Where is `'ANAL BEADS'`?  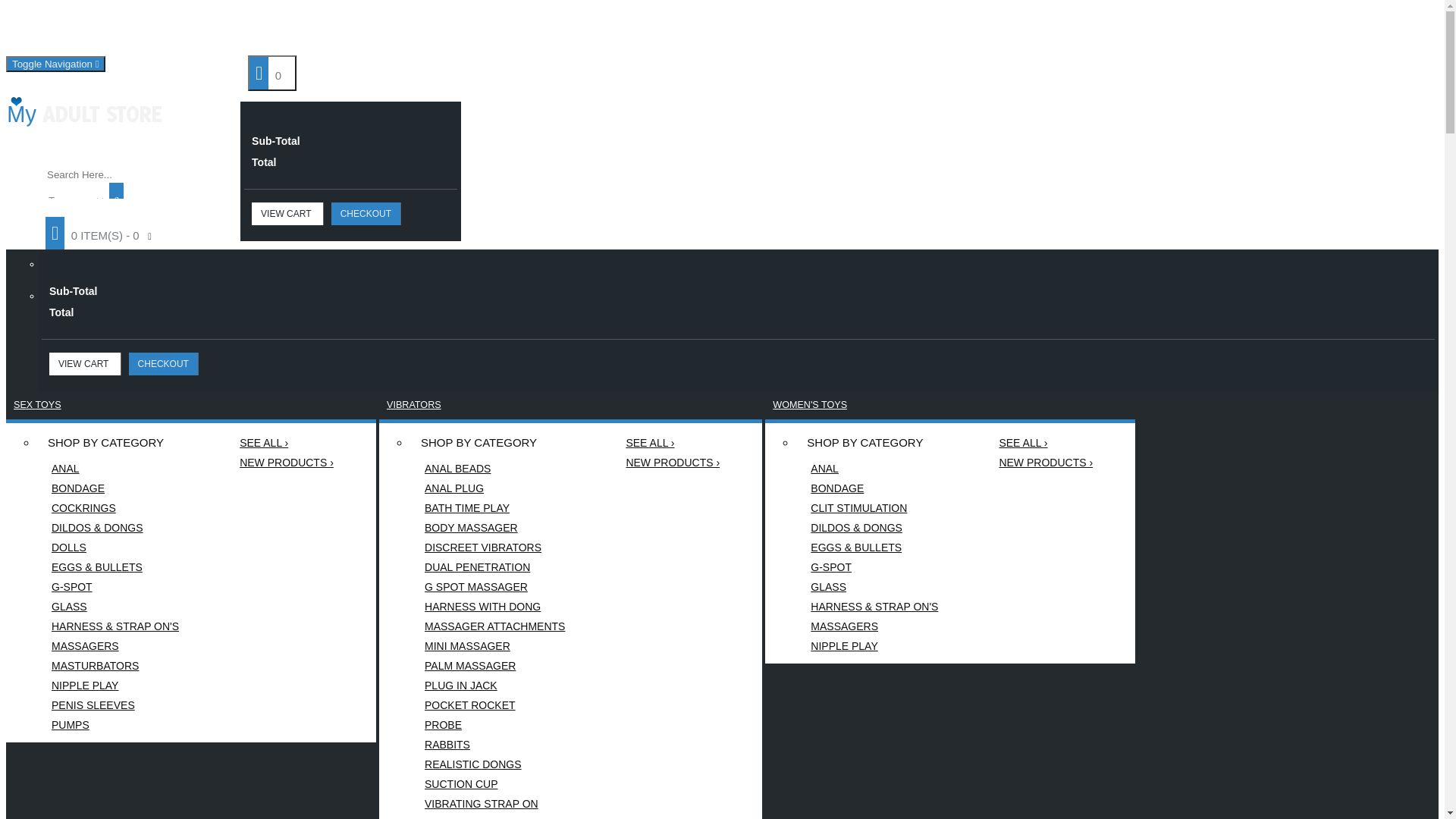 'ANAL BEADS' is located at coordinates (494, 467).